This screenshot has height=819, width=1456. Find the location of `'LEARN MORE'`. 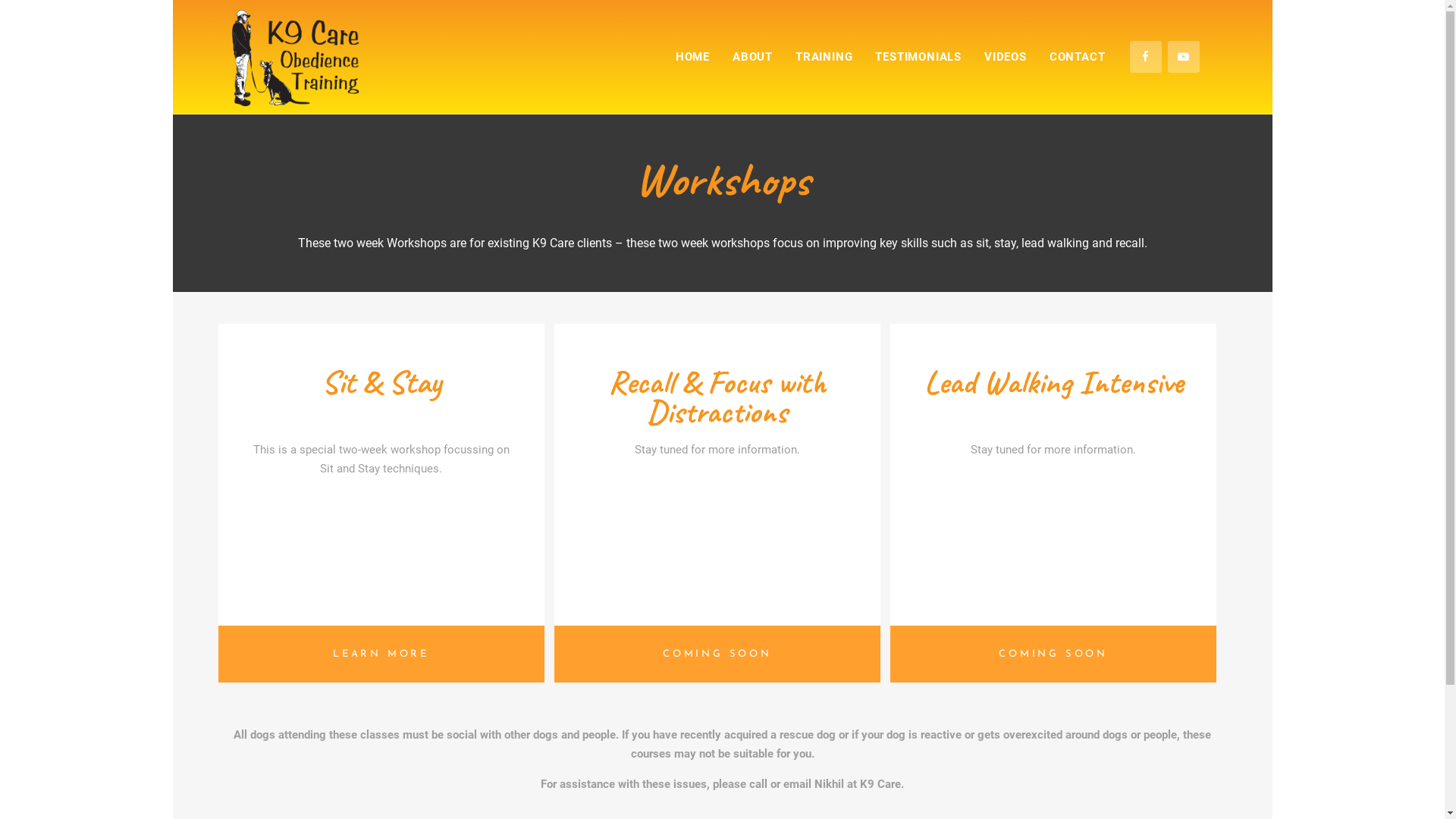

'LEARN MORE' is located at coordinates (381, 653).